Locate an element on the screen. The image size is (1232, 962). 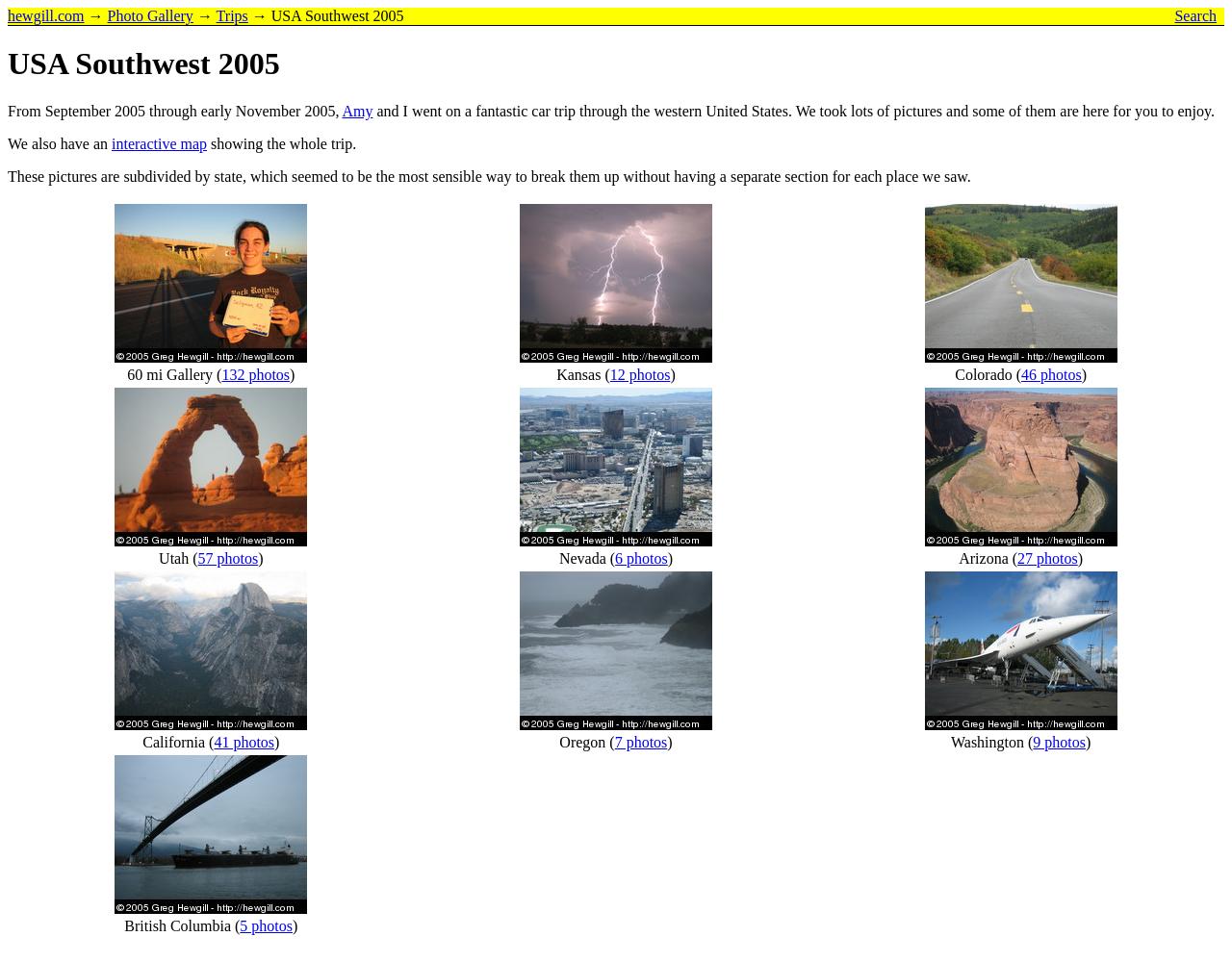
'Colorado
    (' is located at coordinates (988, 373).